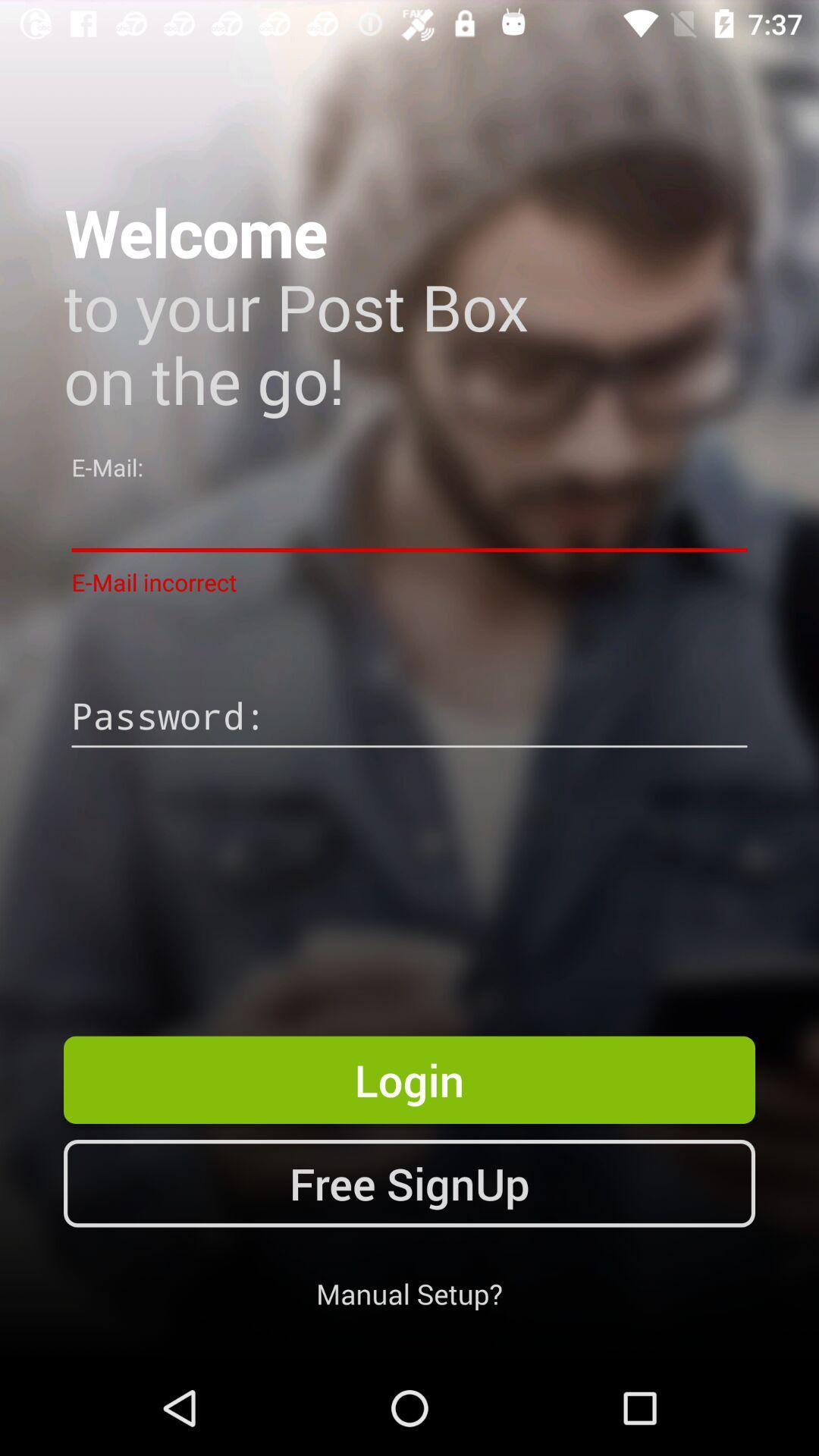 The height and width of the screenshot is (1456, 819). I want to click on password line, so click(409, 717).